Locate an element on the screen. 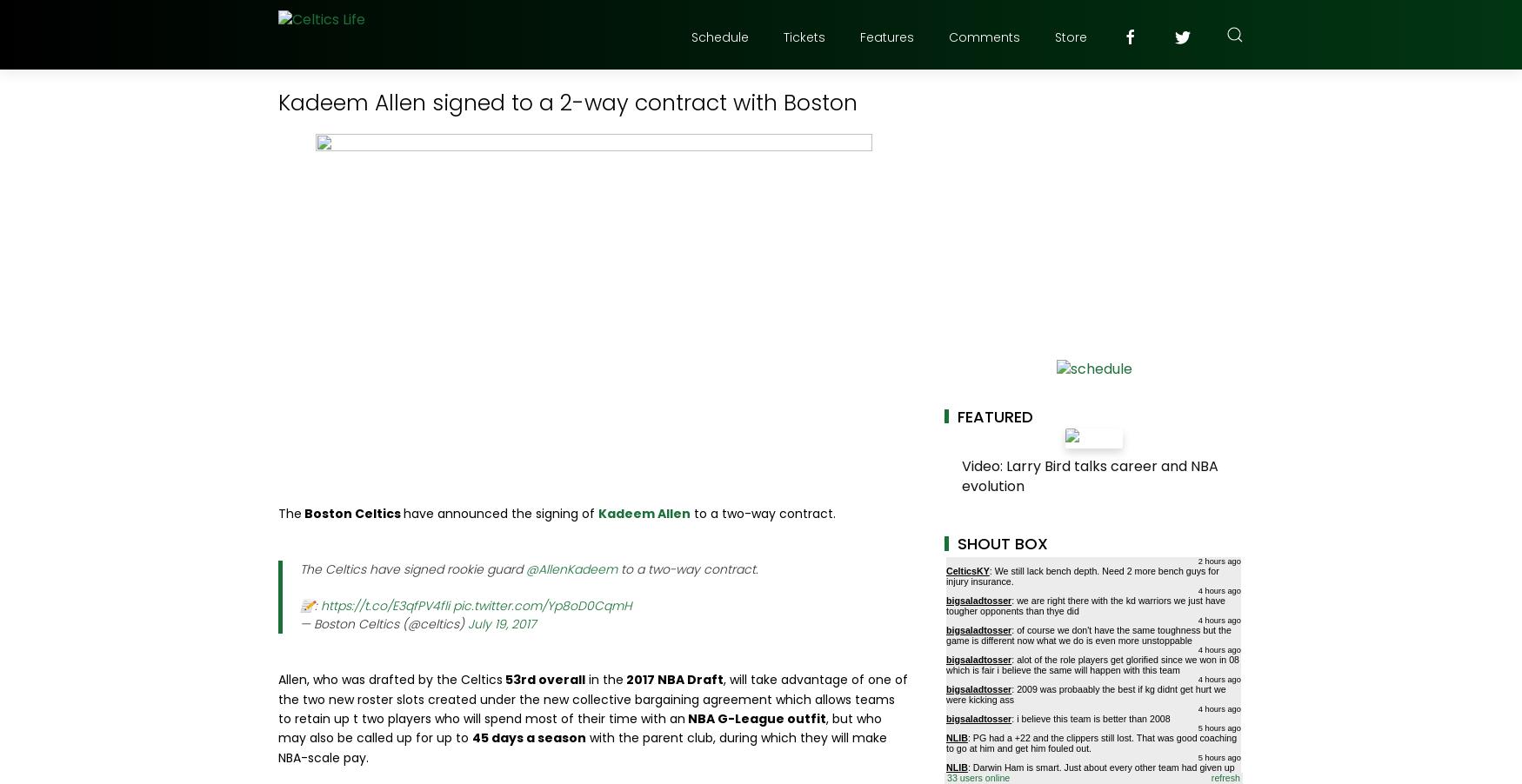  '— Boston Celtics (@celtics)' is located at coordinates (384, 622).